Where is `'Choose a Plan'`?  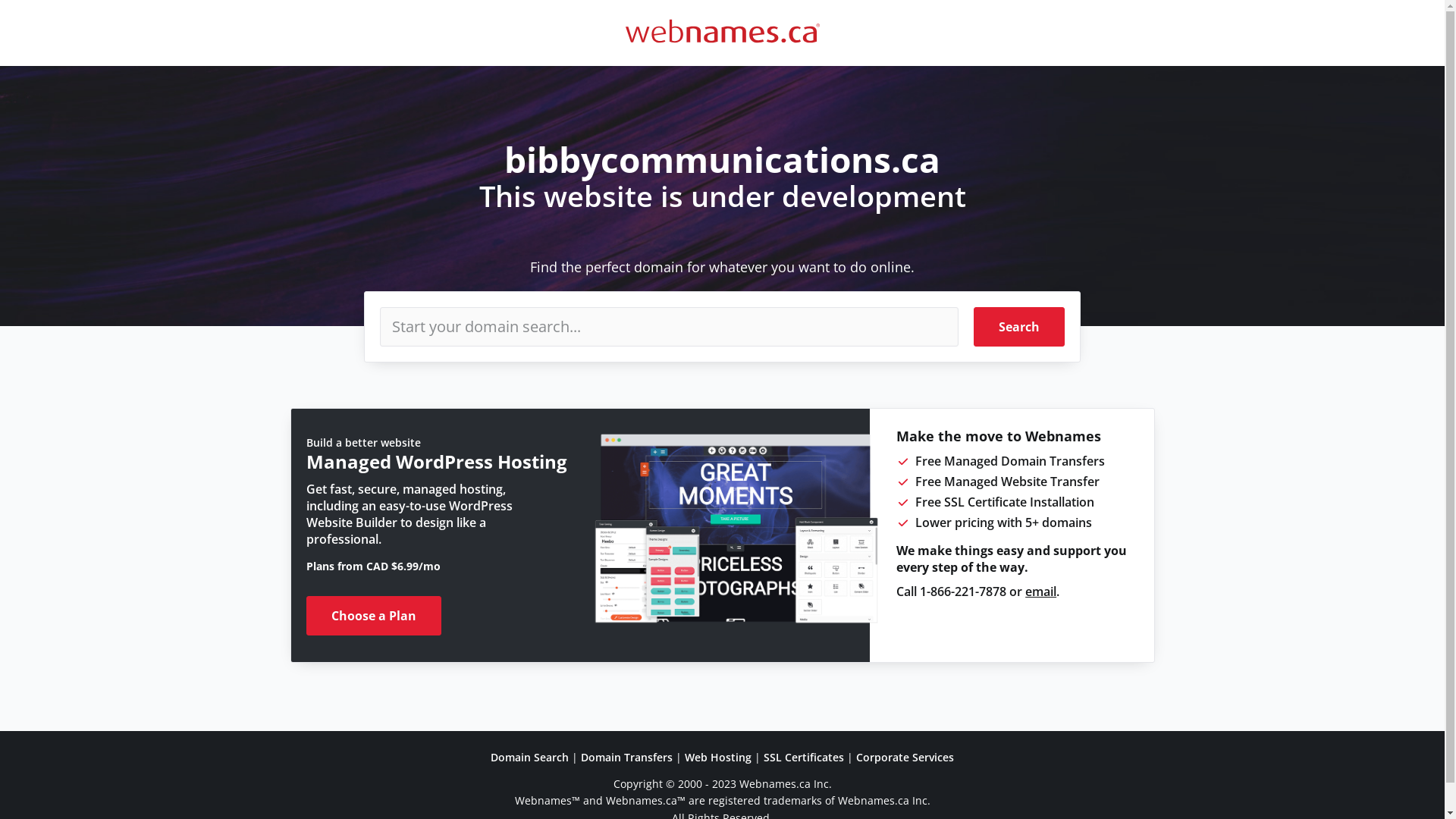 'Choose a Plan' is located at coordinates (305, 616).